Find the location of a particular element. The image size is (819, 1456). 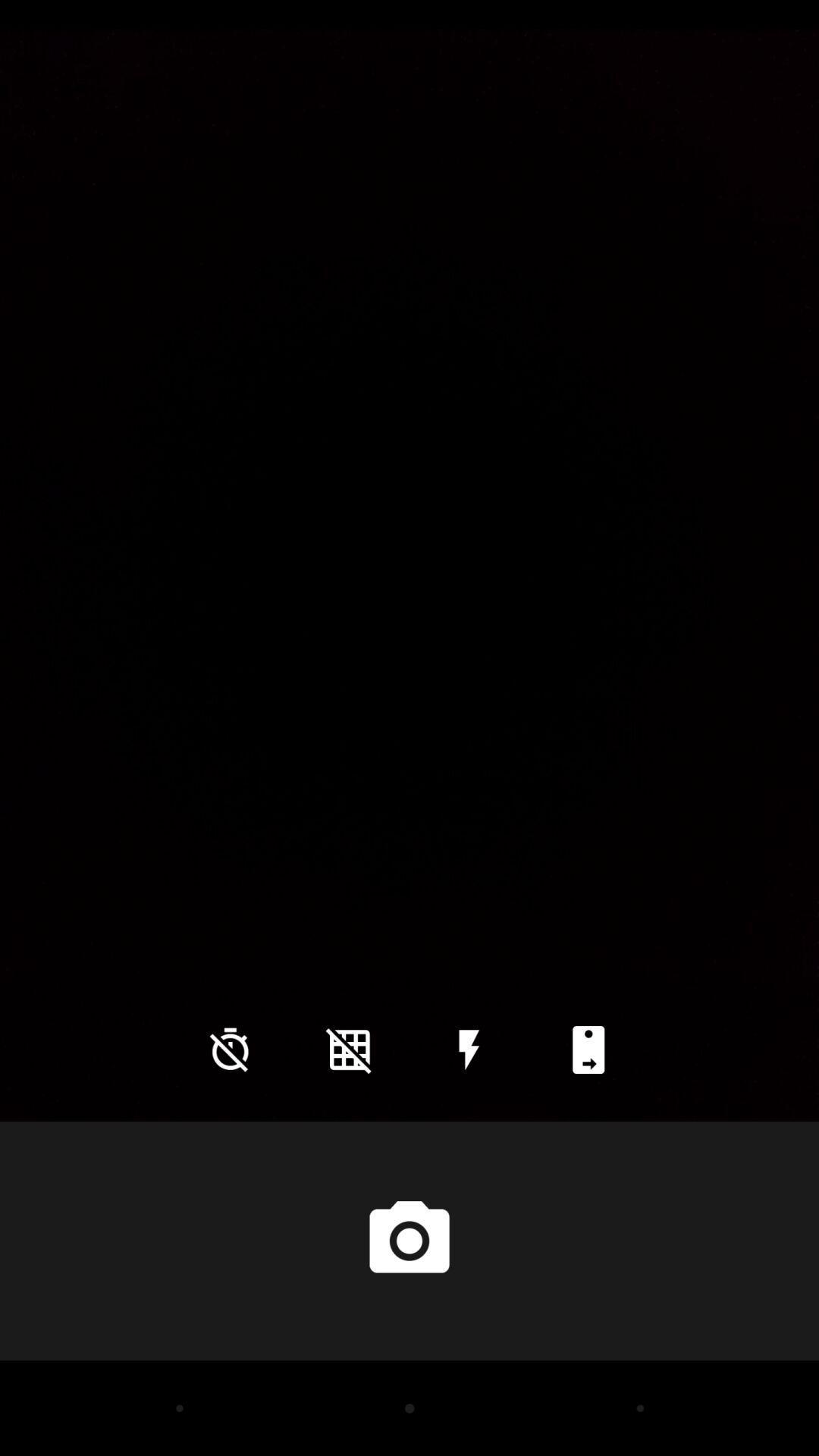

the item at the bottom left corner is located at coordinates (230, 1049).